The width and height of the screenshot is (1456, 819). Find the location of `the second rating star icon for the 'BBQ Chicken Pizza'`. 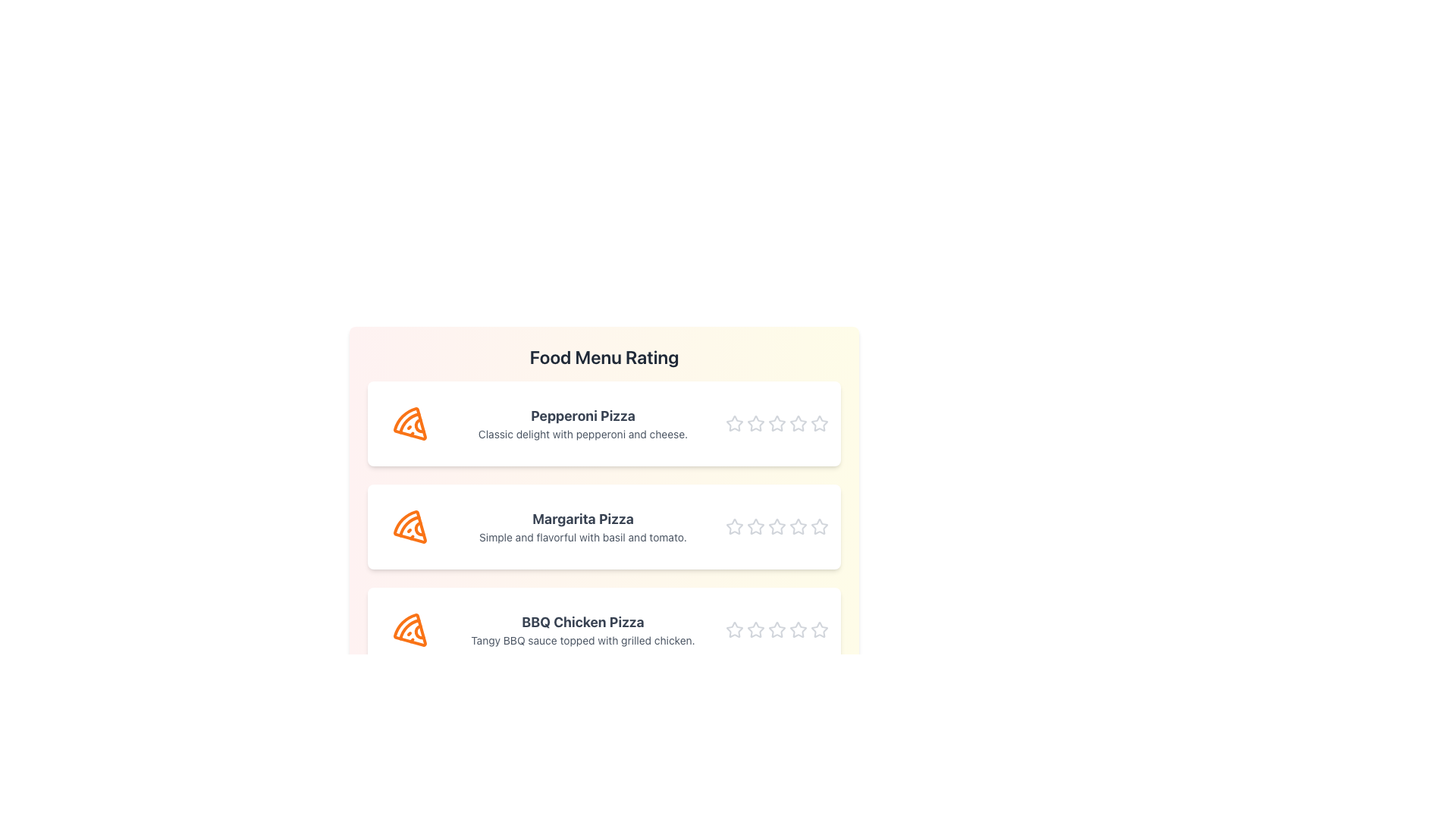

the second rating star icon for the 'BBQ Chicken Pizza' is located at coordinates (777, 629).